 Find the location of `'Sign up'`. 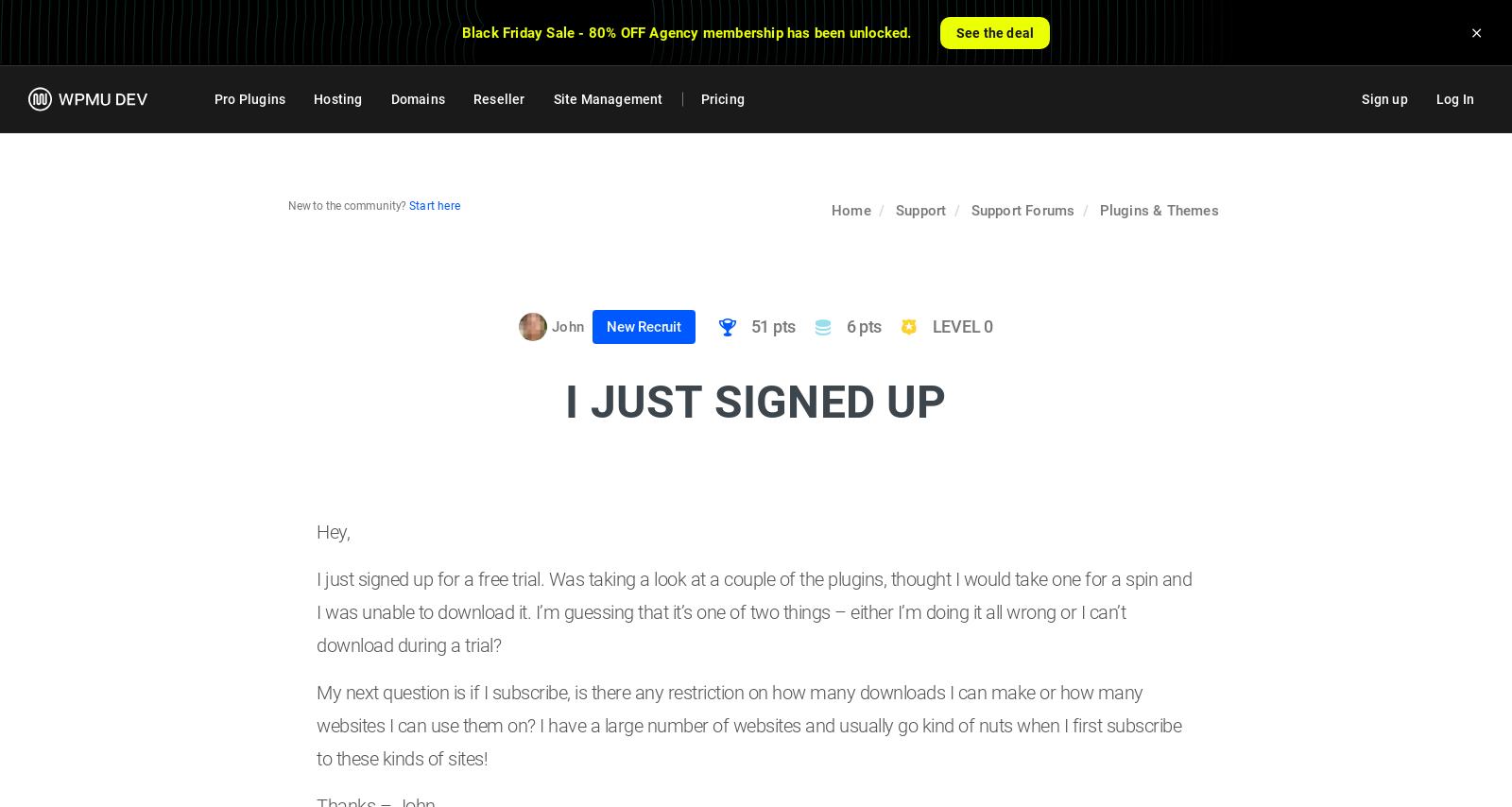

'Sign up' is located at coordinates (1383, 99).